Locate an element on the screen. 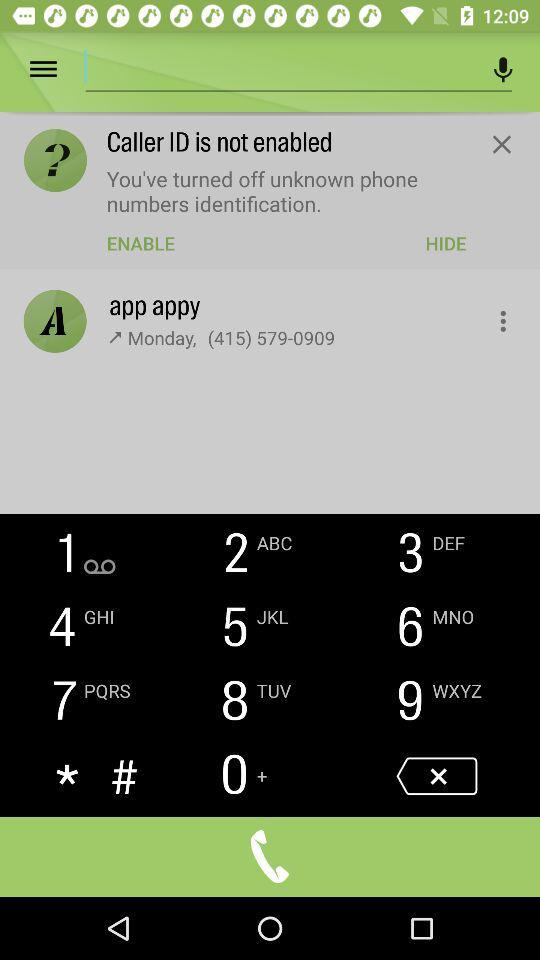 This screenshot has width=540, height=960. microphone button is located at coordinates (502, 69).